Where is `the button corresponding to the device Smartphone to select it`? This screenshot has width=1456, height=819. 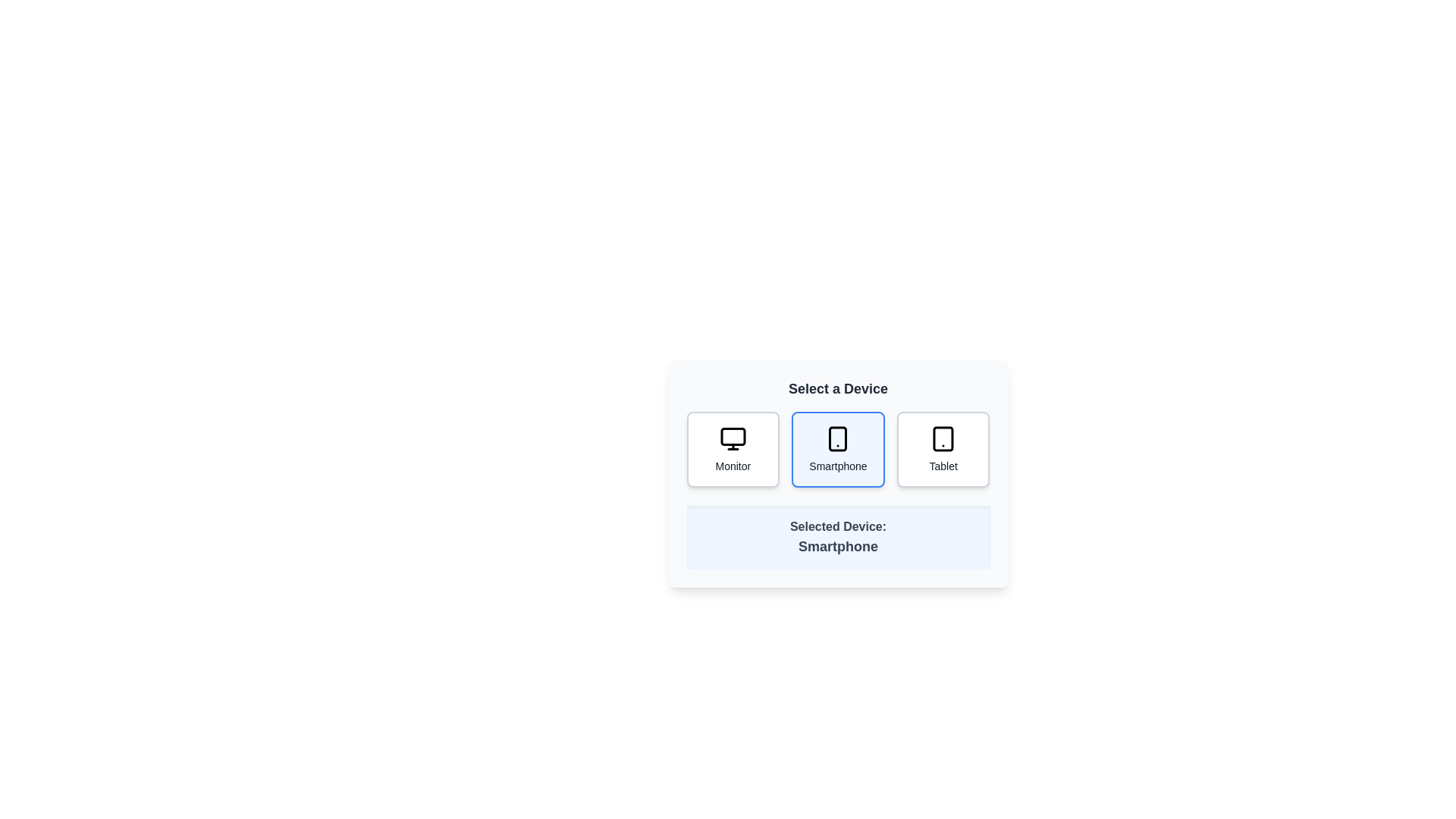
the button corresponding to the device Smartphone to select it is located at coordinates (837, 449).